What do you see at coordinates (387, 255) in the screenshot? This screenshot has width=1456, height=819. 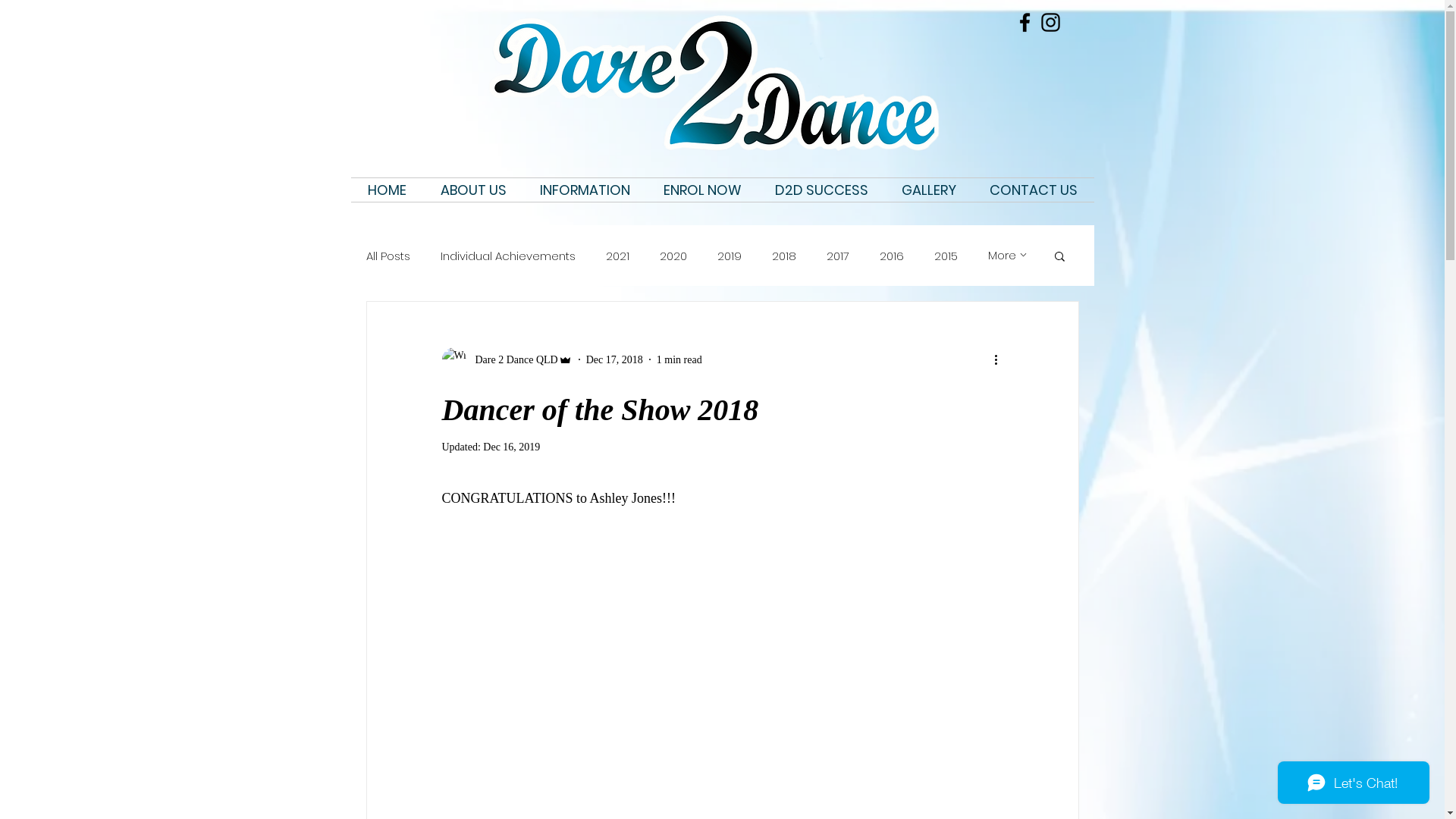 I see `'All Posts'` at bounding box center [387, 255].